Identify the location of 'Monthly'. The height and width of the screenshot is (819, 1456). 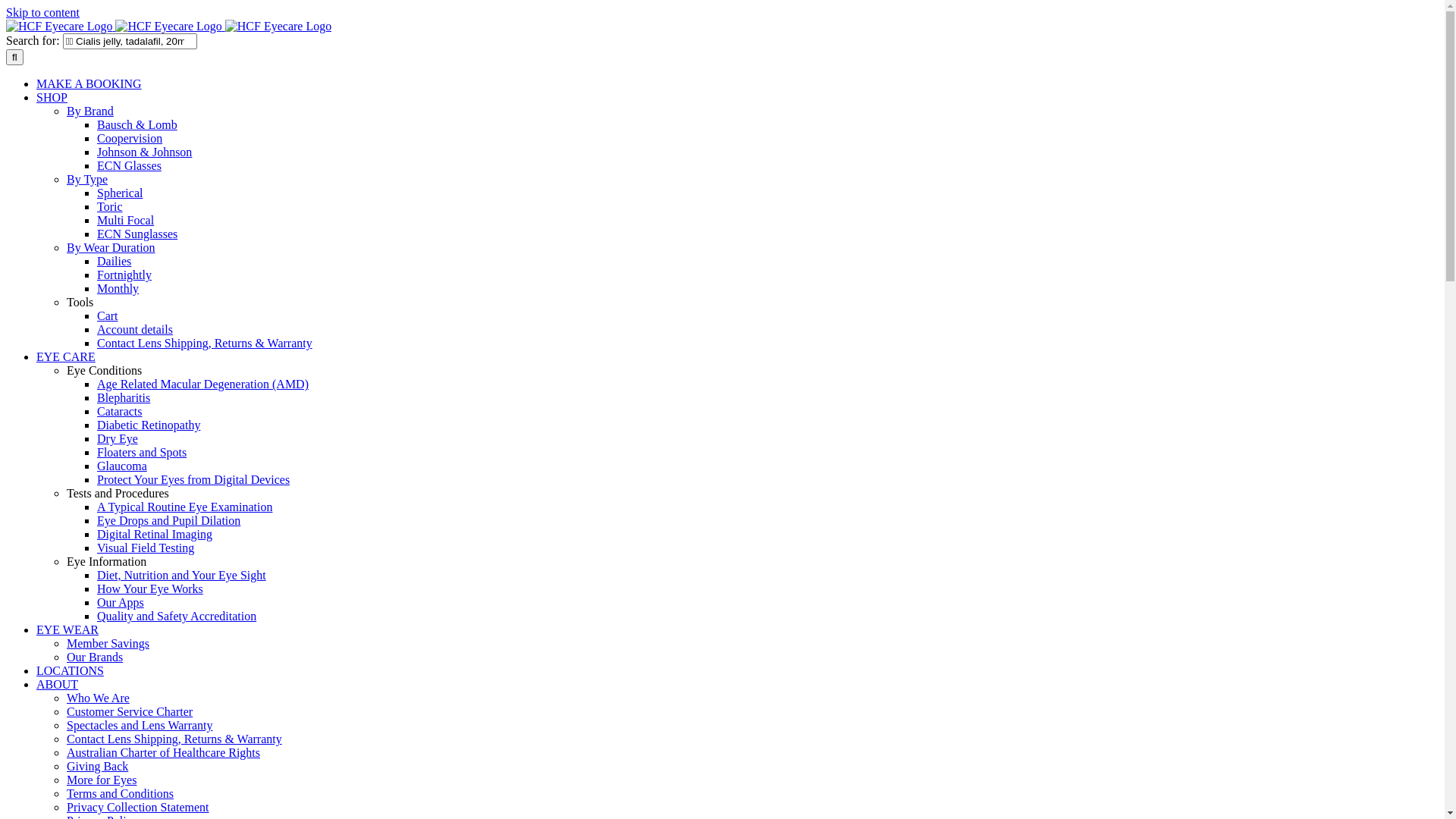
(117, 288).